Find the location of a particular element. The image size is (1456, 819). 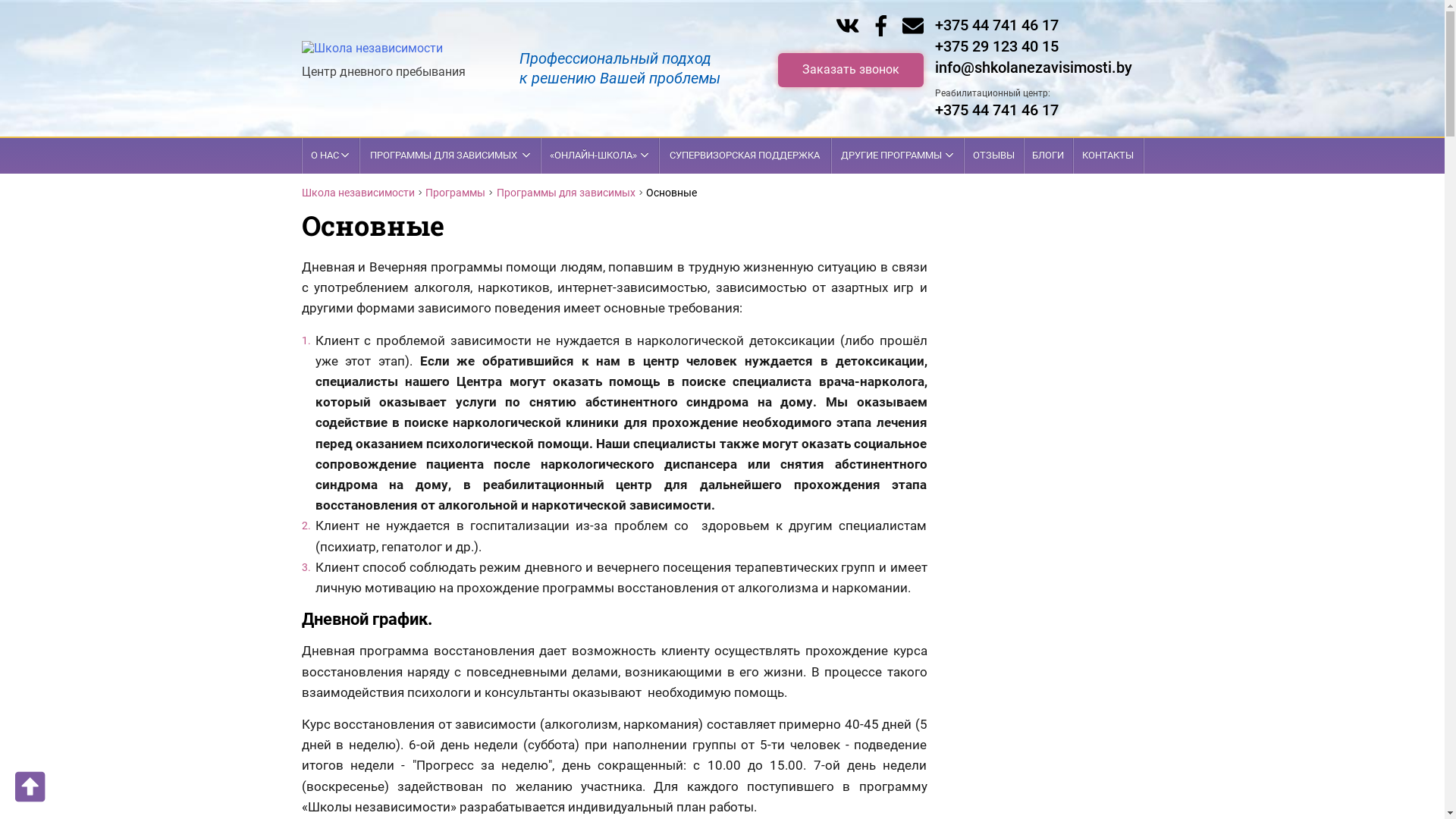

'info@shkolanezavisimosti.by' is located at coordinates (1032, 66).